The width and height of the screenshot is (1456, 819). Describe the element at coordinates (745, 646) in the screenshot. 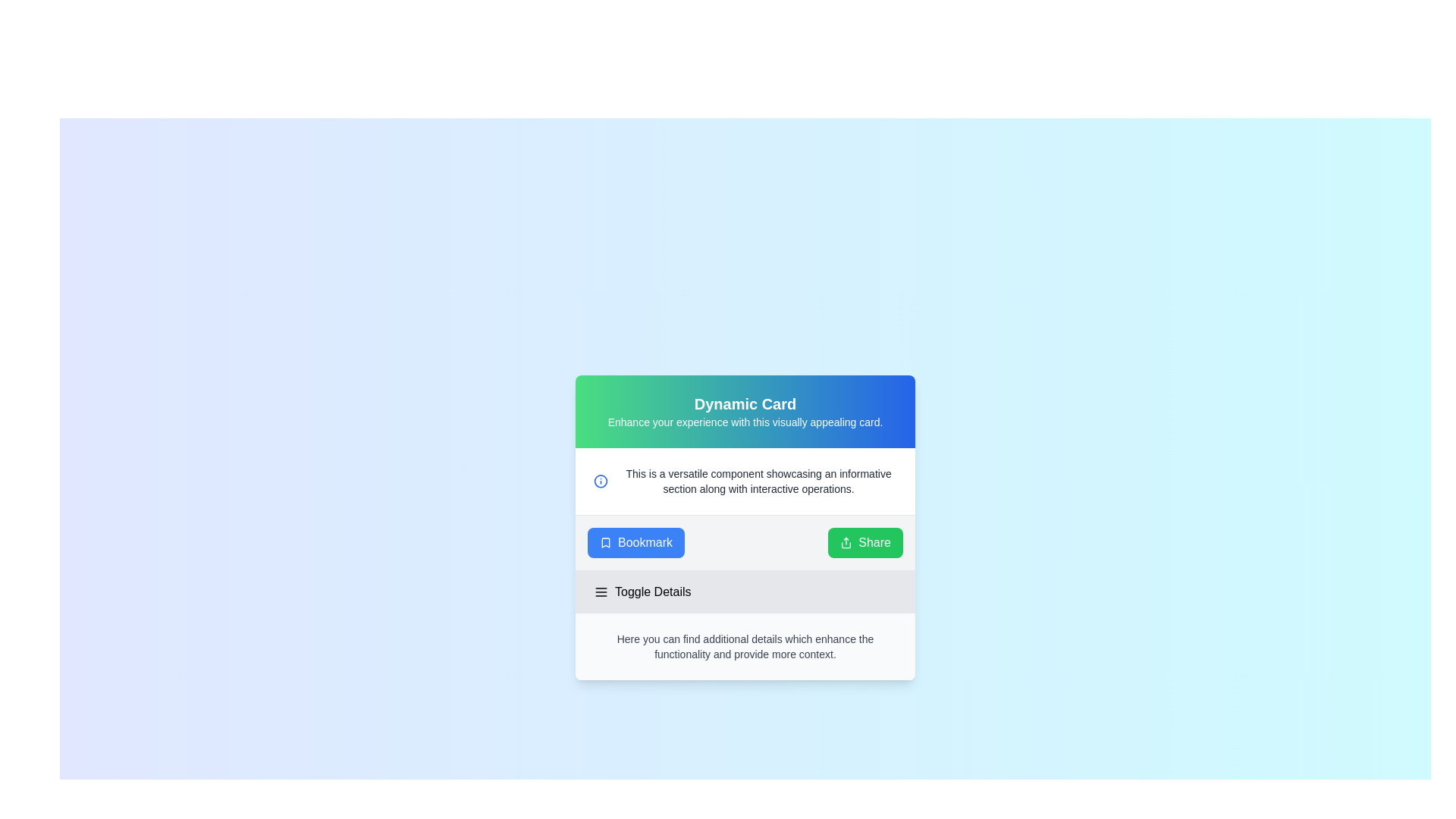

I see `text block that is styled with a light gray background and dark gray text, located directly below the 'Toggle Details' section` at that location.